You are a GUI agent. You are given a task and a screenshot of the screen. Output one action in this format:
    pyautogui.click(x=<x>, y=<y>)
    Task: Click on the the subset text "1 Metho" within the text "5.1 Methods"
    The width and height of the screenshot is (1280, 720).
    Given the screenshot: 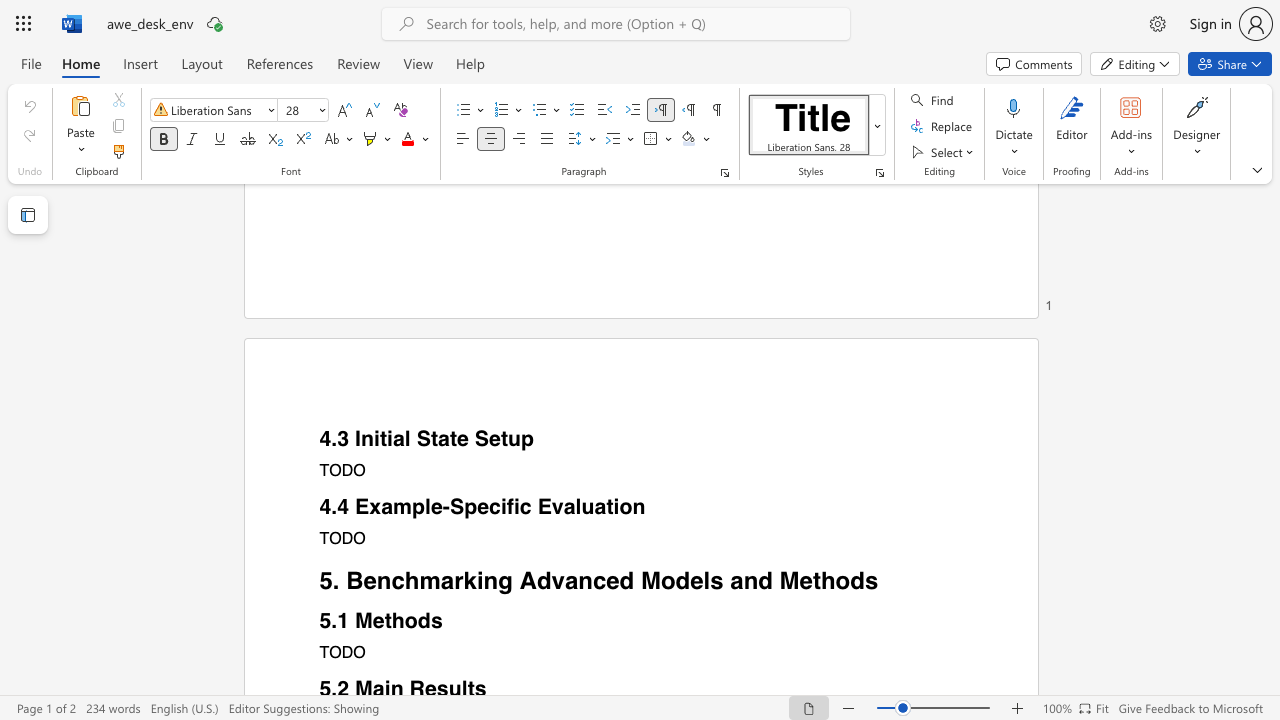 What is the action you would take?
    pyautogui.click(x=337, y=620)
    